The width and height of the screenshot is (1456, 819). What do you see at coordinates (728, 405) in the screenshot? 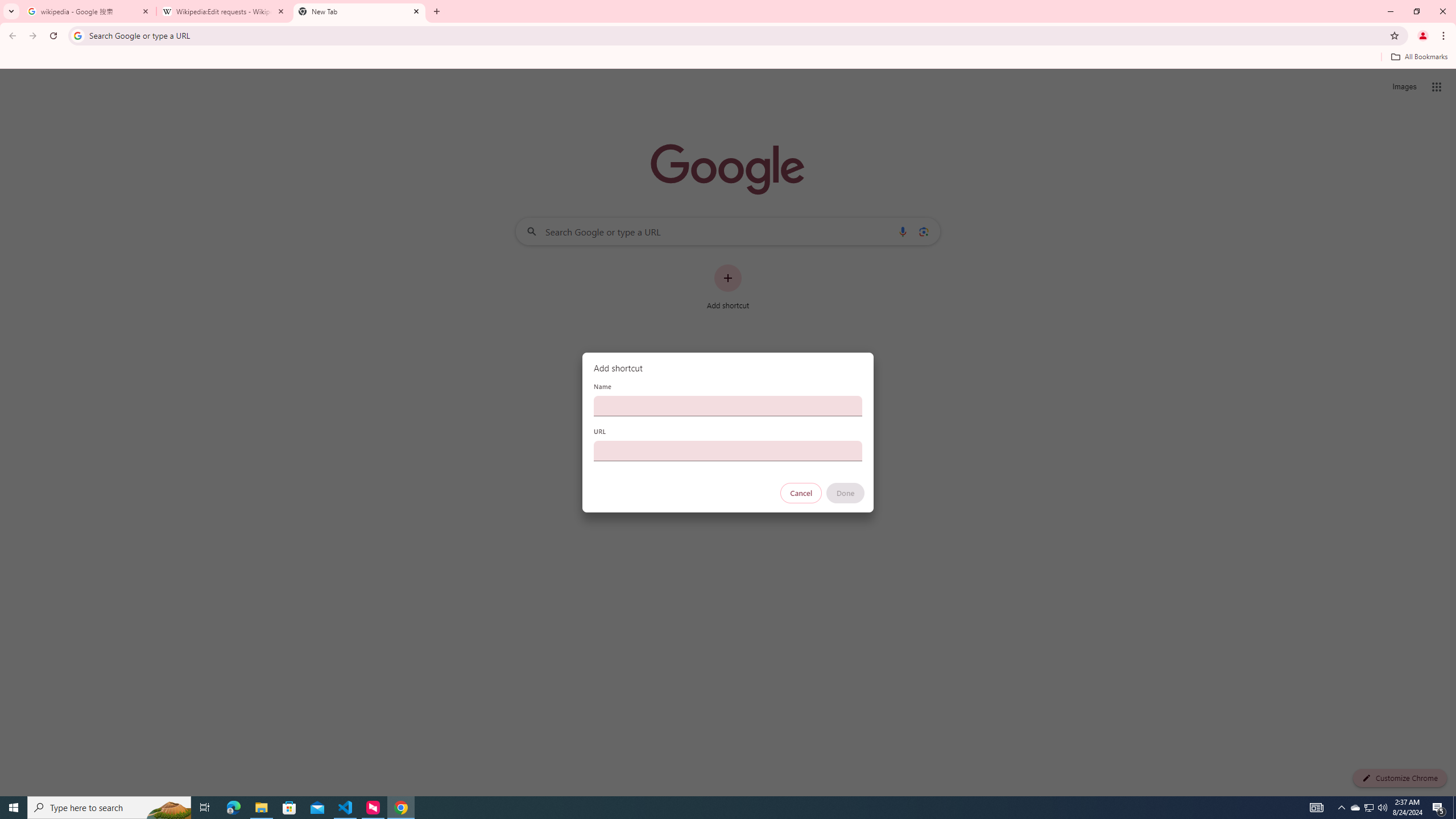
I see `'Name'` at bounding box center [728, 405].